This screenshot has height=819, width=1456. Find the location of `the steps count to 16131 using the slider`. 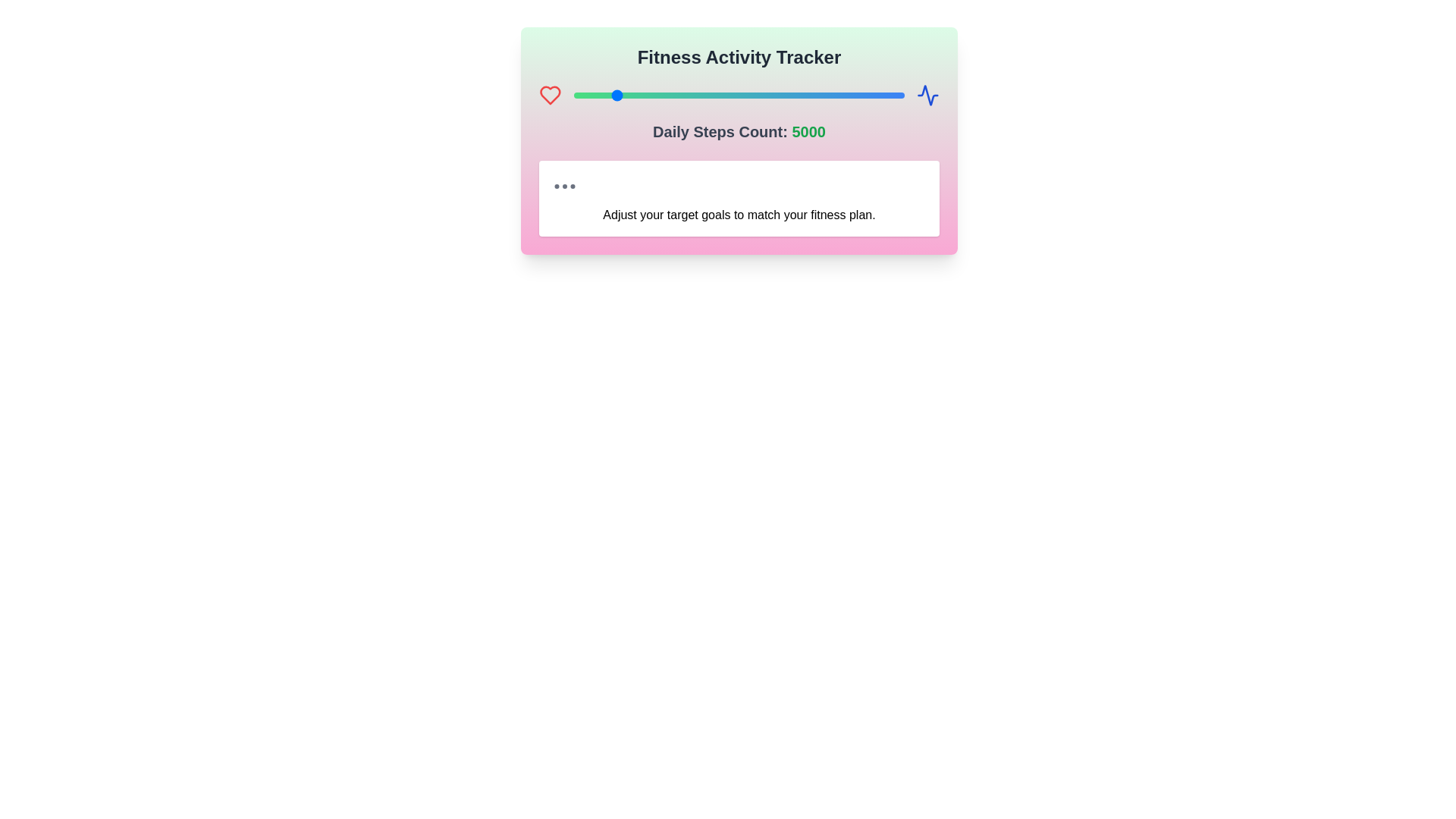

the steps count to 16131 using the slider is located at coordinates (828, 96).